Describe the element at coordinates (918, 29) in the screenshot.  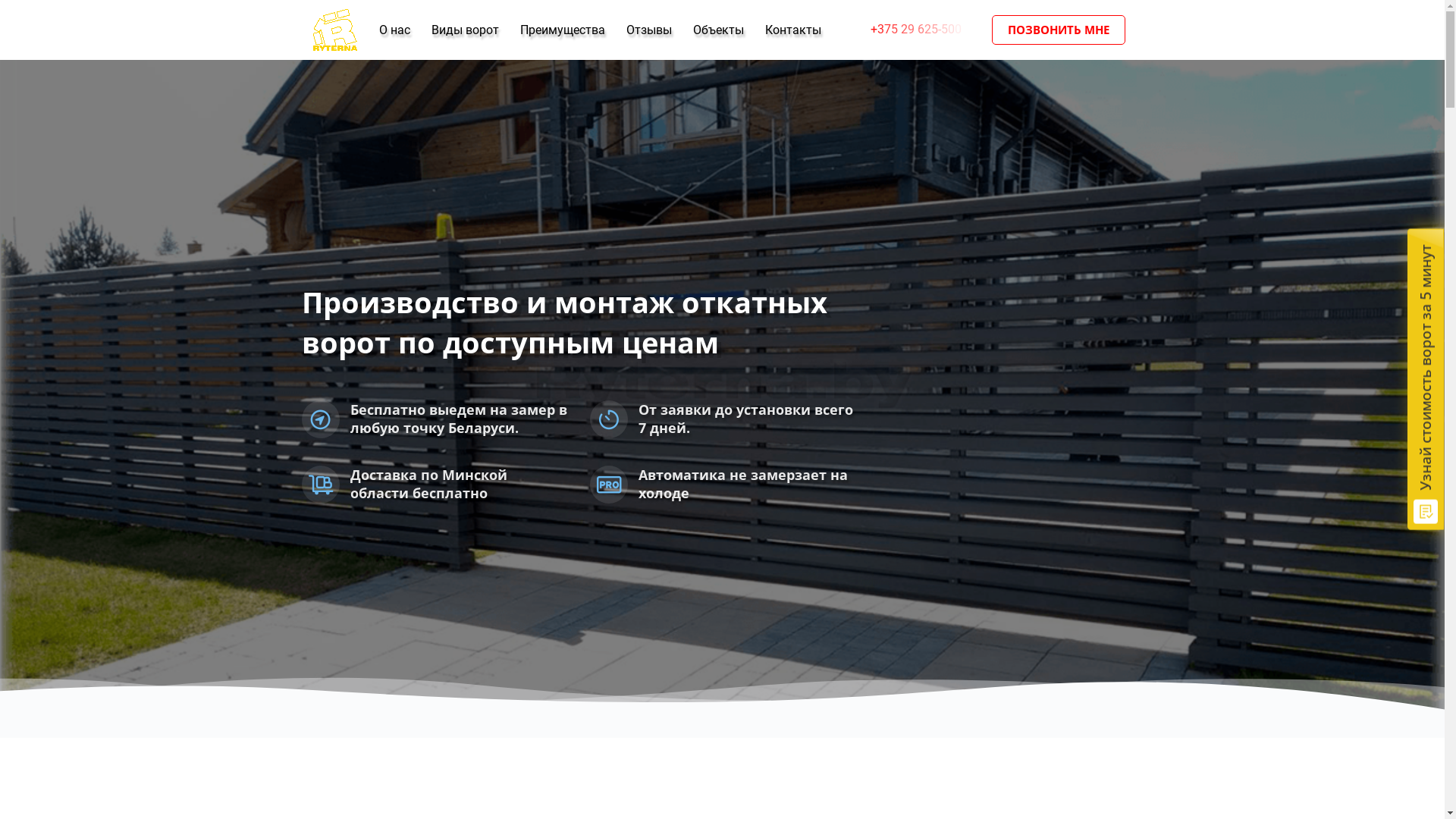
I see `'+375 29 625-500'` at that location.